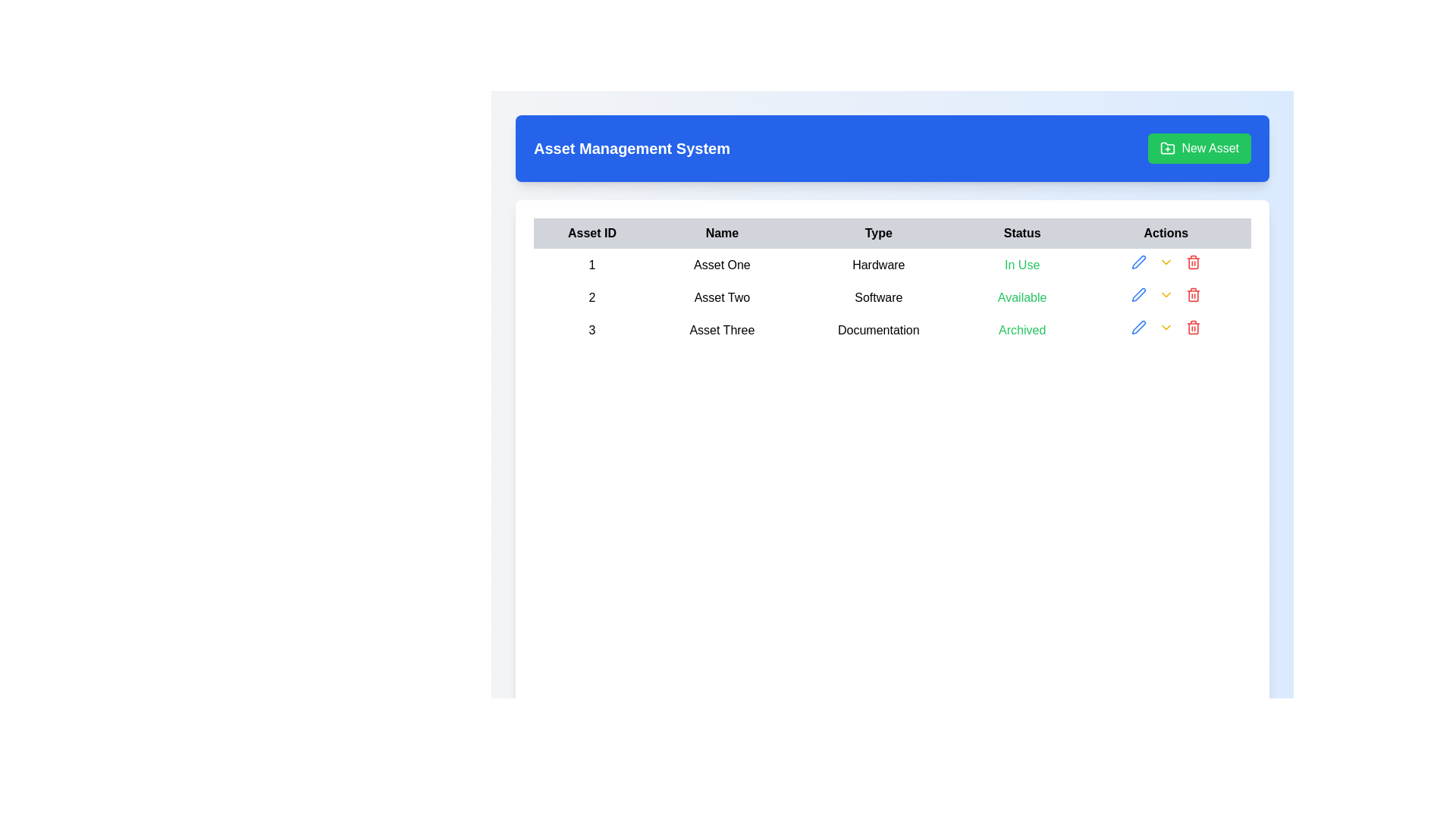  Describe the element at coordinates (1022, 264) in the screenshot. I see `the status indicator text label for 'Asset One' which displays 'In Use' in the 'Status' column of the table` at that location.